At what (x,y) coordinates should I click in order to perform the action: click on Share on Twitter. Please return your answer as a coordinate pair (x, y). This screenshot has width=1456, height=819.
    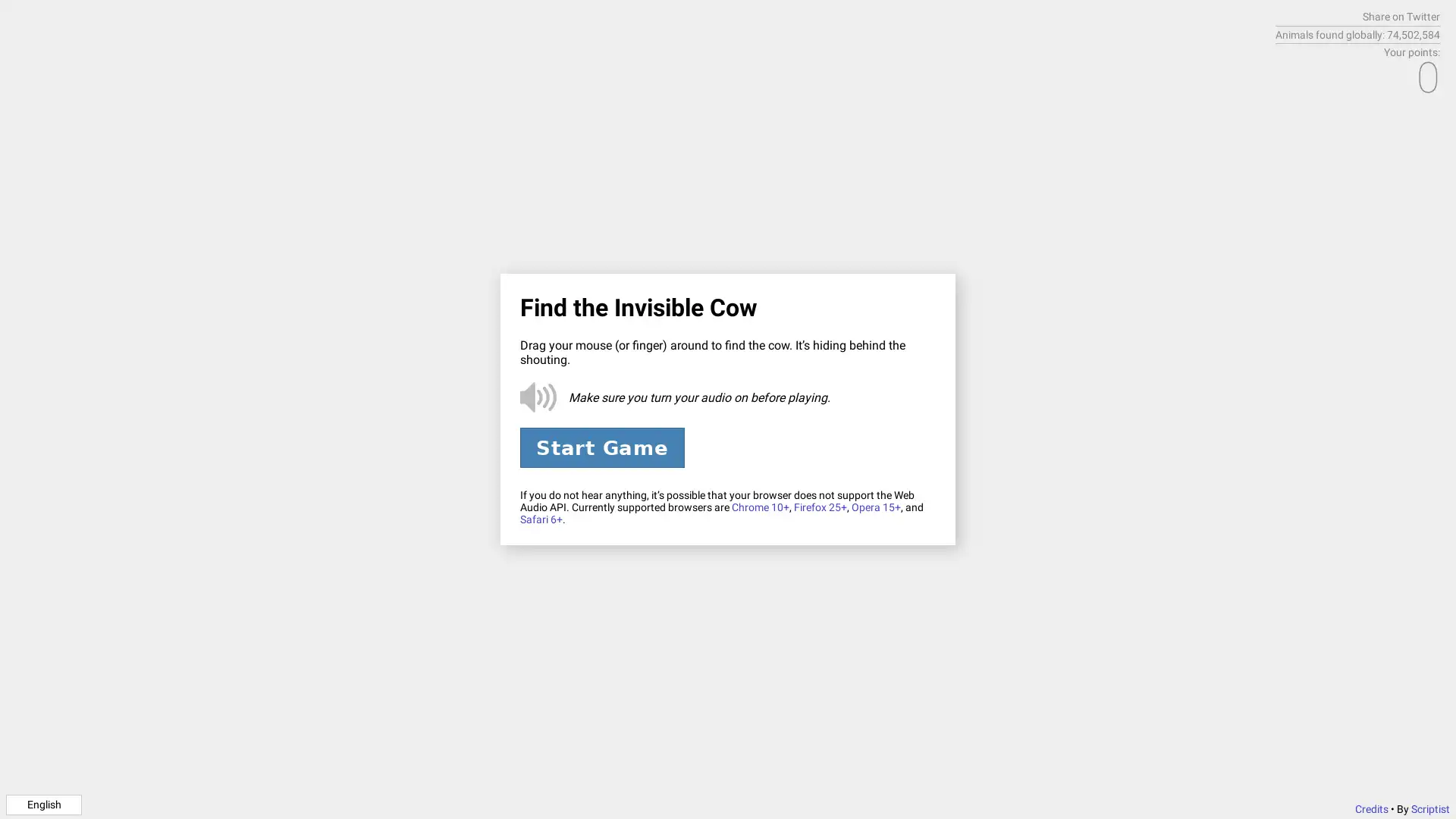
    Looking at the image, I should click on (1401, 17).